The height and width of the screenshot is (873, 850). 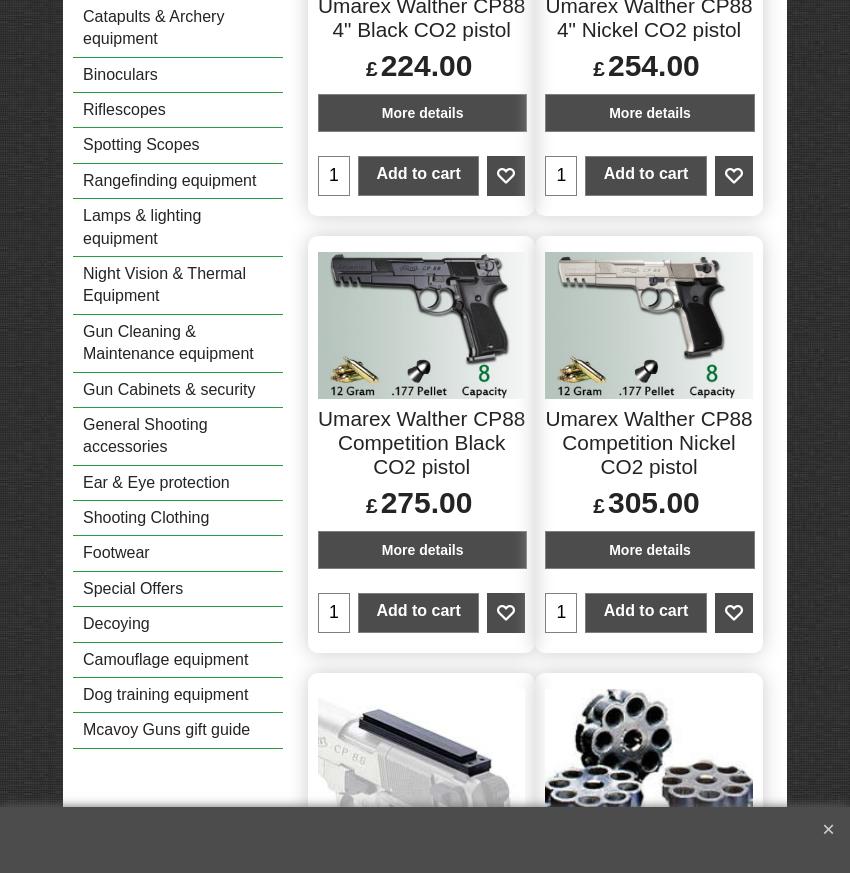 I want to click on '224.00', so click(x=425, y=63).